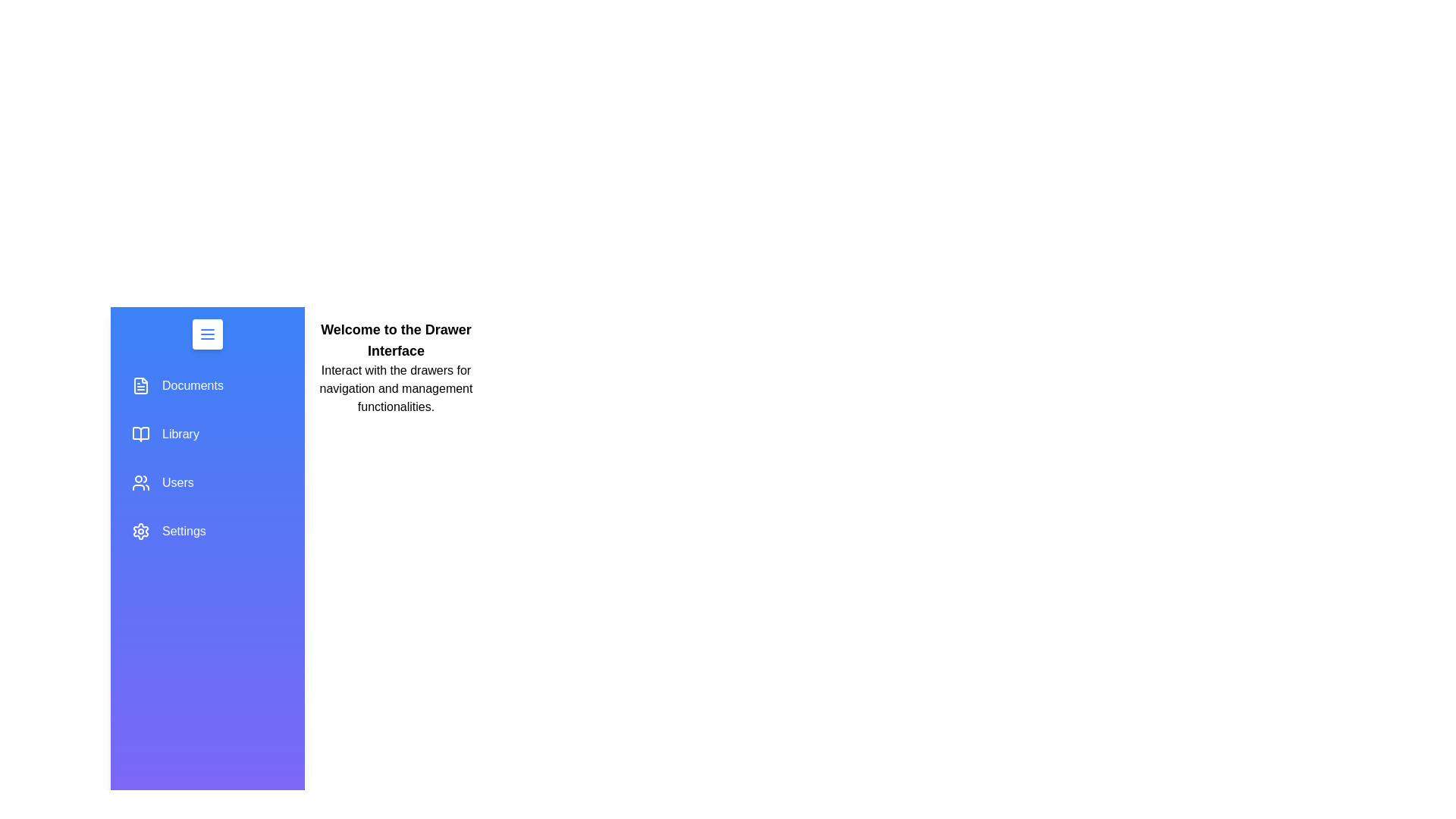 The image size is (1456, 819). Describe the element at coordinates (206, 385) in the screenshot. I see `the sidebar section labeled Documents` at that location.